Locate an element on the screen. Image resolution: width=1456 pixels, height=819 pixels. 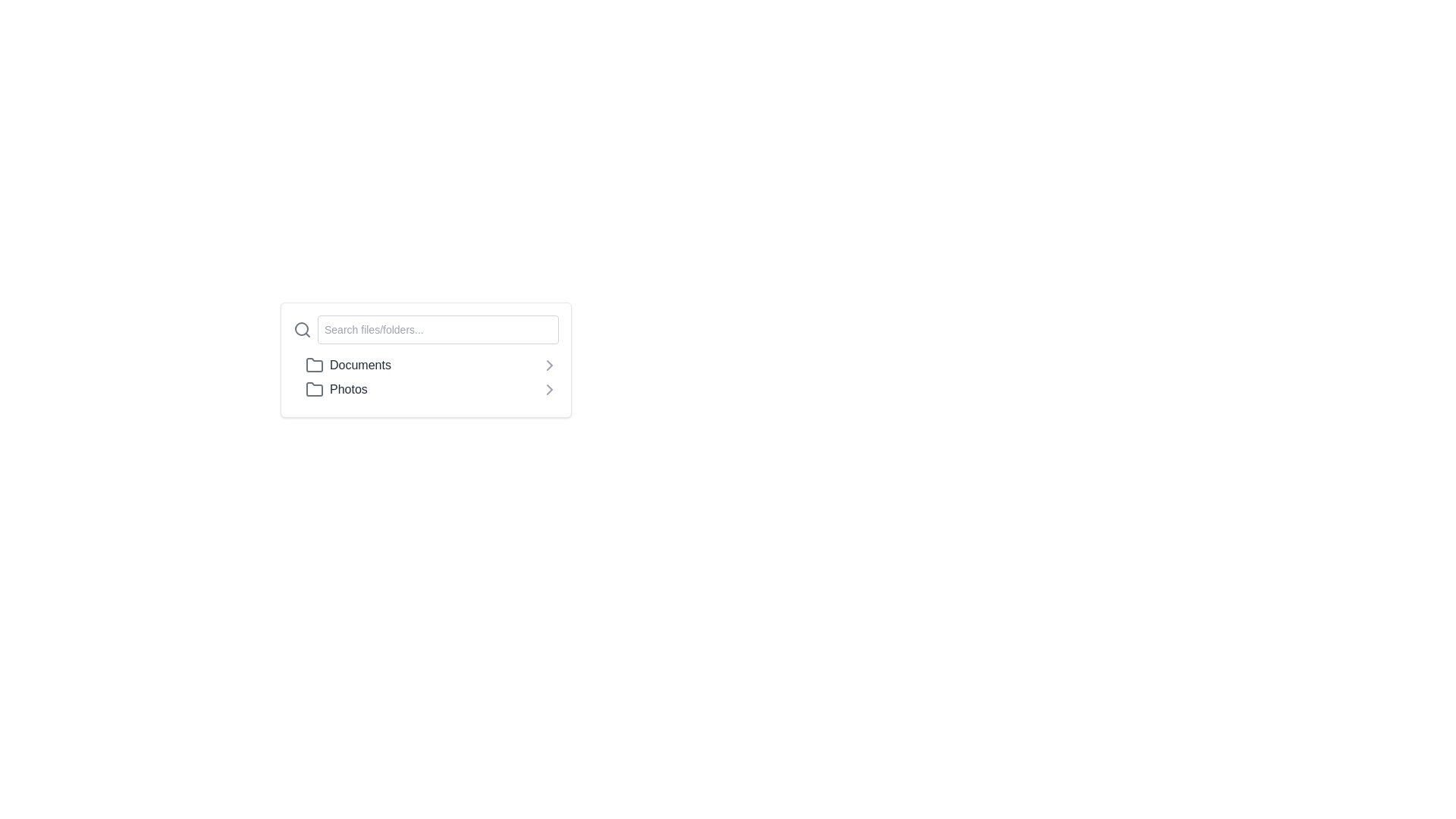
the right-facing chevron icon located at the rightmost side of the 'Photos' folder entry is located at coordinates (548, 388).